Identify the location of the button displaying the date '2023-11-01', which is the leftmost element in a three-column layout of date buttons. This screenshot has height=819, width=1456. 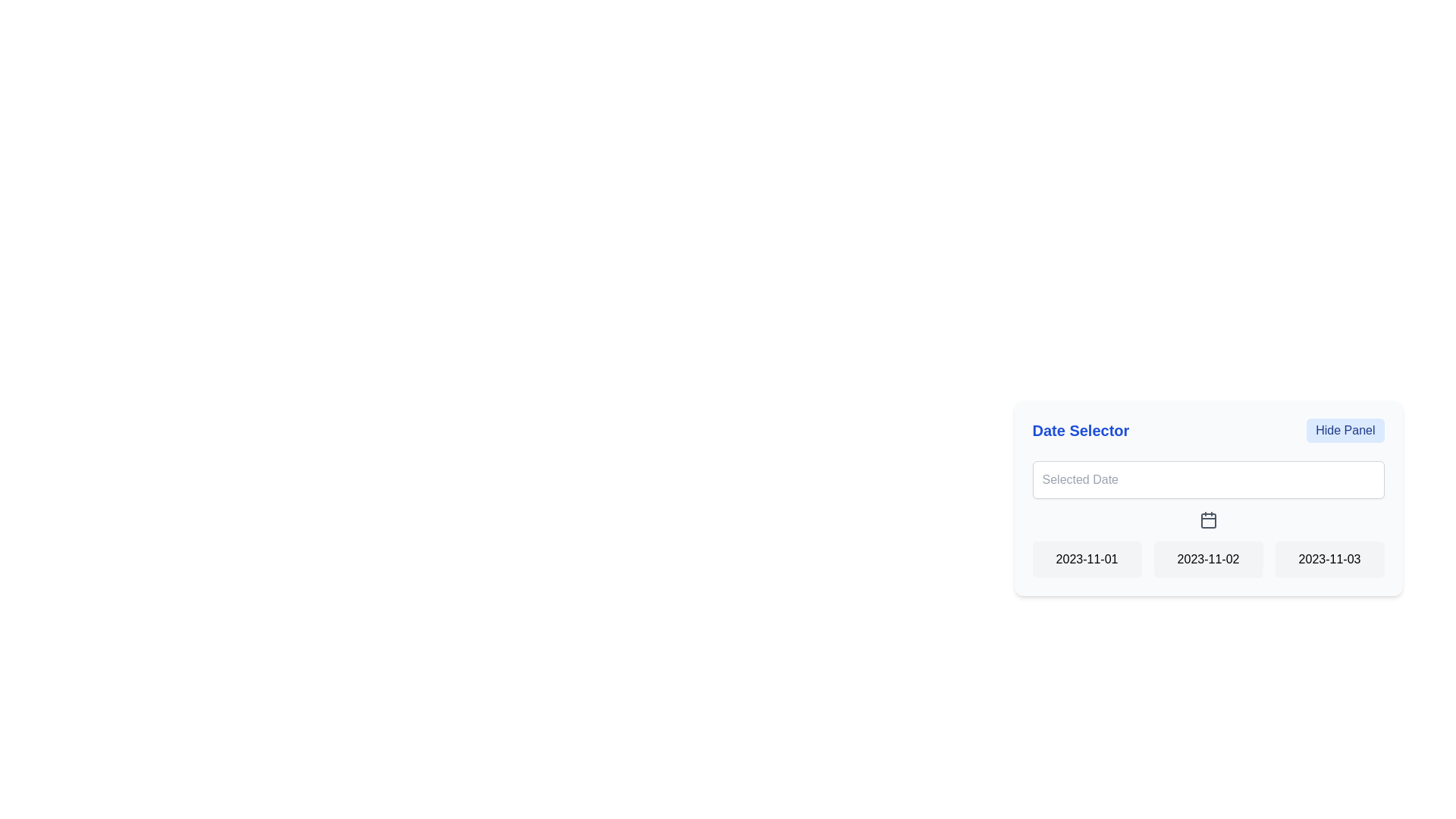
(1086, 559).